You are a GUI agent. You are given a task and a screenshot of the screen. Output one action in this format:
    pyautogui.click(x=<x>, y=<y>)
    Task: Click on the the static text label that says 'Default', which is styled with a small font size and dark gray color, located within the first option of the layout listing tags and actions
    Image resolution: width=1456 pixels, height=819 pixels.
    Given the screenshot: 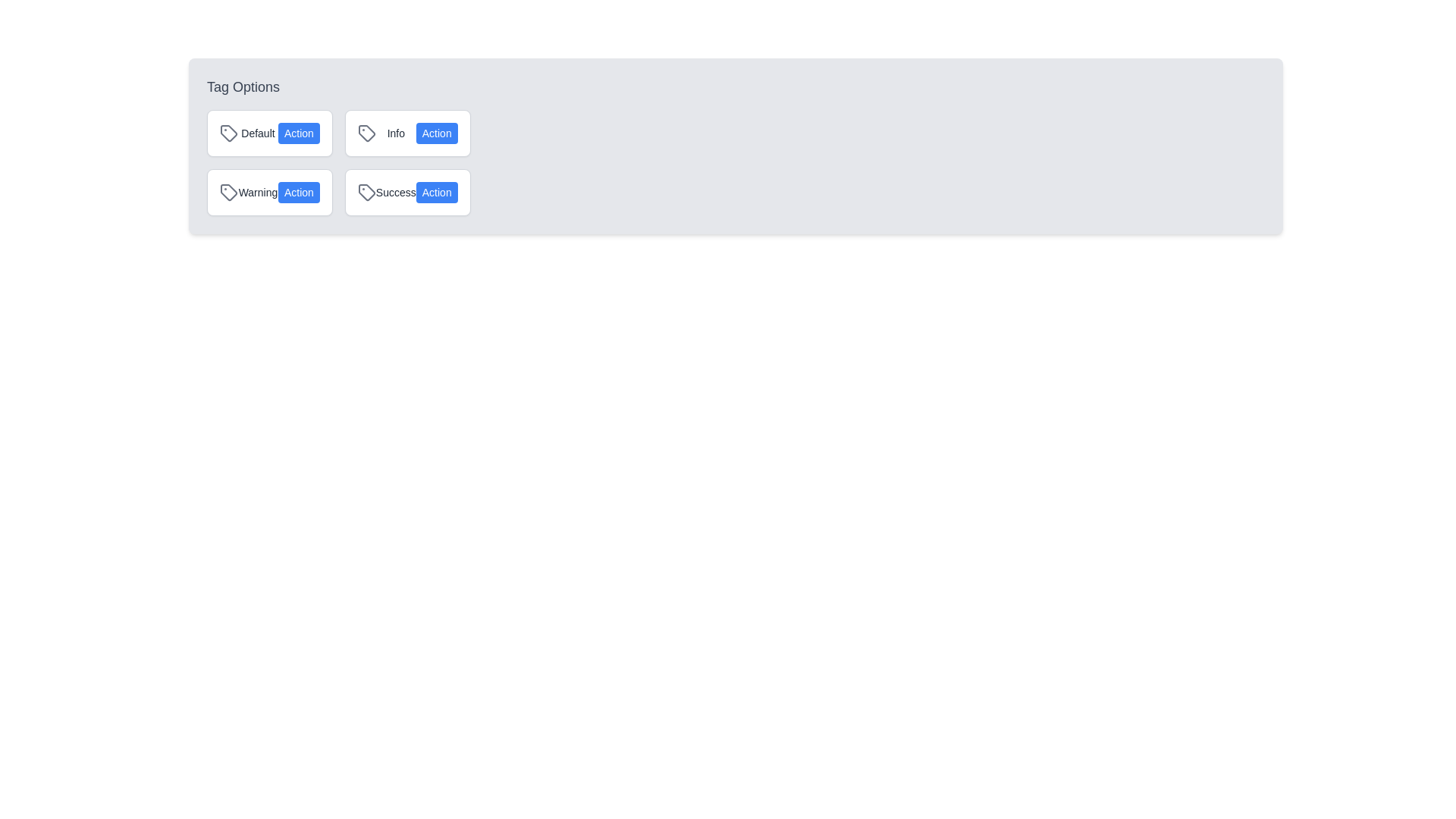 What is the action you would take?
    pyautogui.click(x=258, y=133)
    